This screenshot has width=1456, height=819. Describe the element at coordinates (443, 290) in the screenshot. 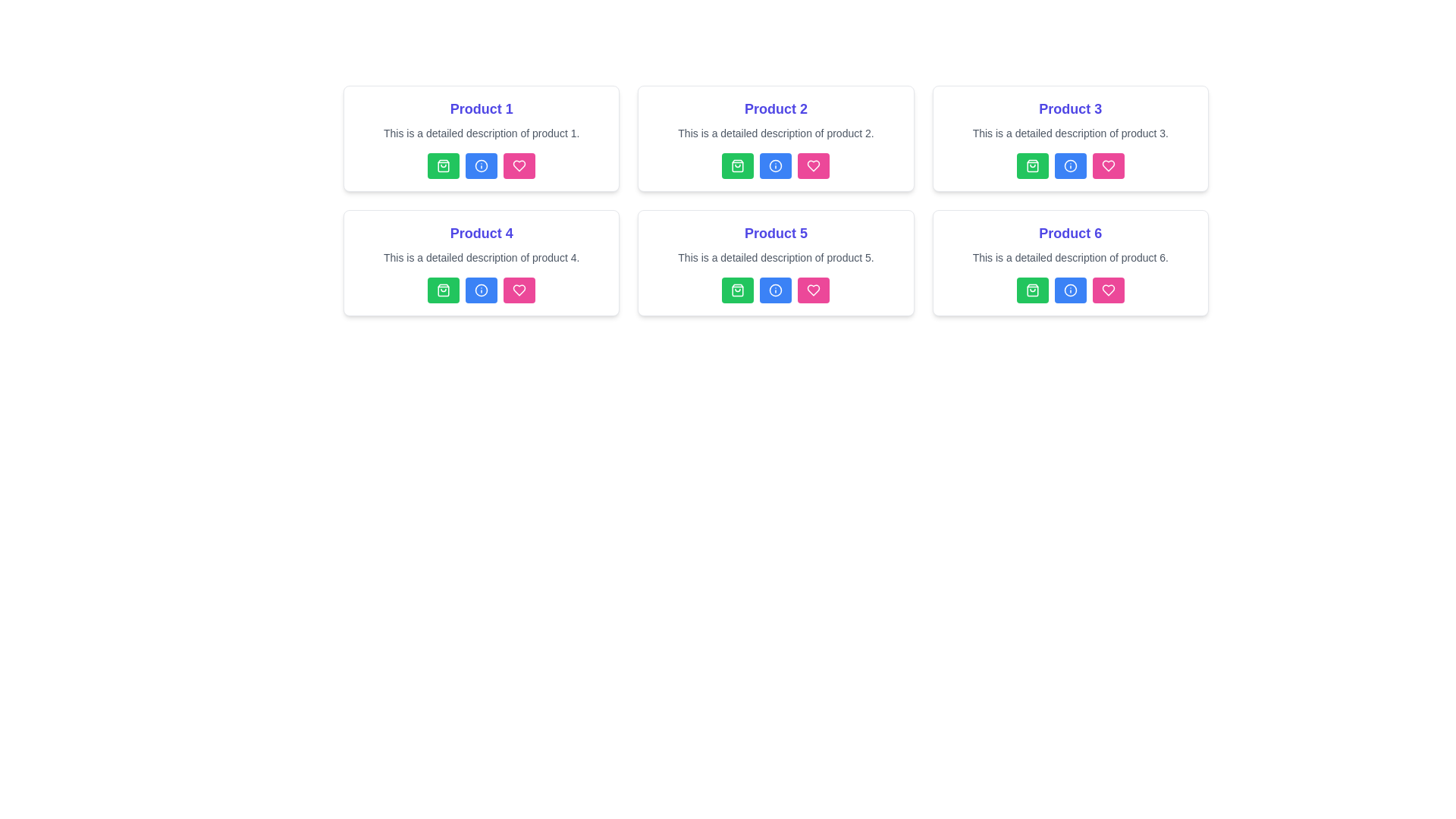

I see `the green shopping bag icon located in the middle row under 'Product 4'` at that location.